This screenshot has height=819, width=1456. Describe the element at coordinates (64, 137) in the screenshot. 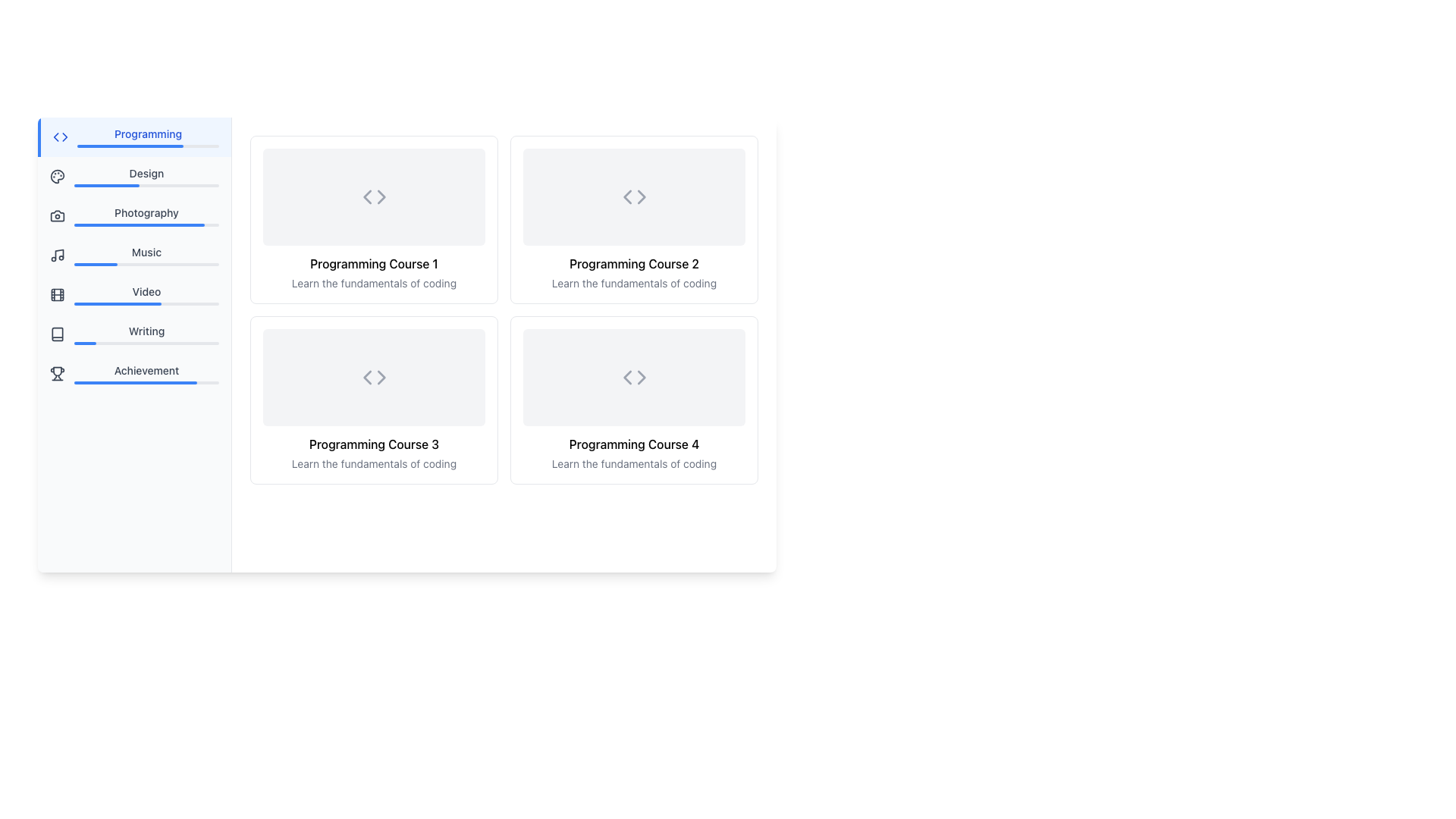

I see `the triangular arrow element in the left navigation bar, which represents a 'greater-than' or 'rightward' action within the coding icon context` at that location.